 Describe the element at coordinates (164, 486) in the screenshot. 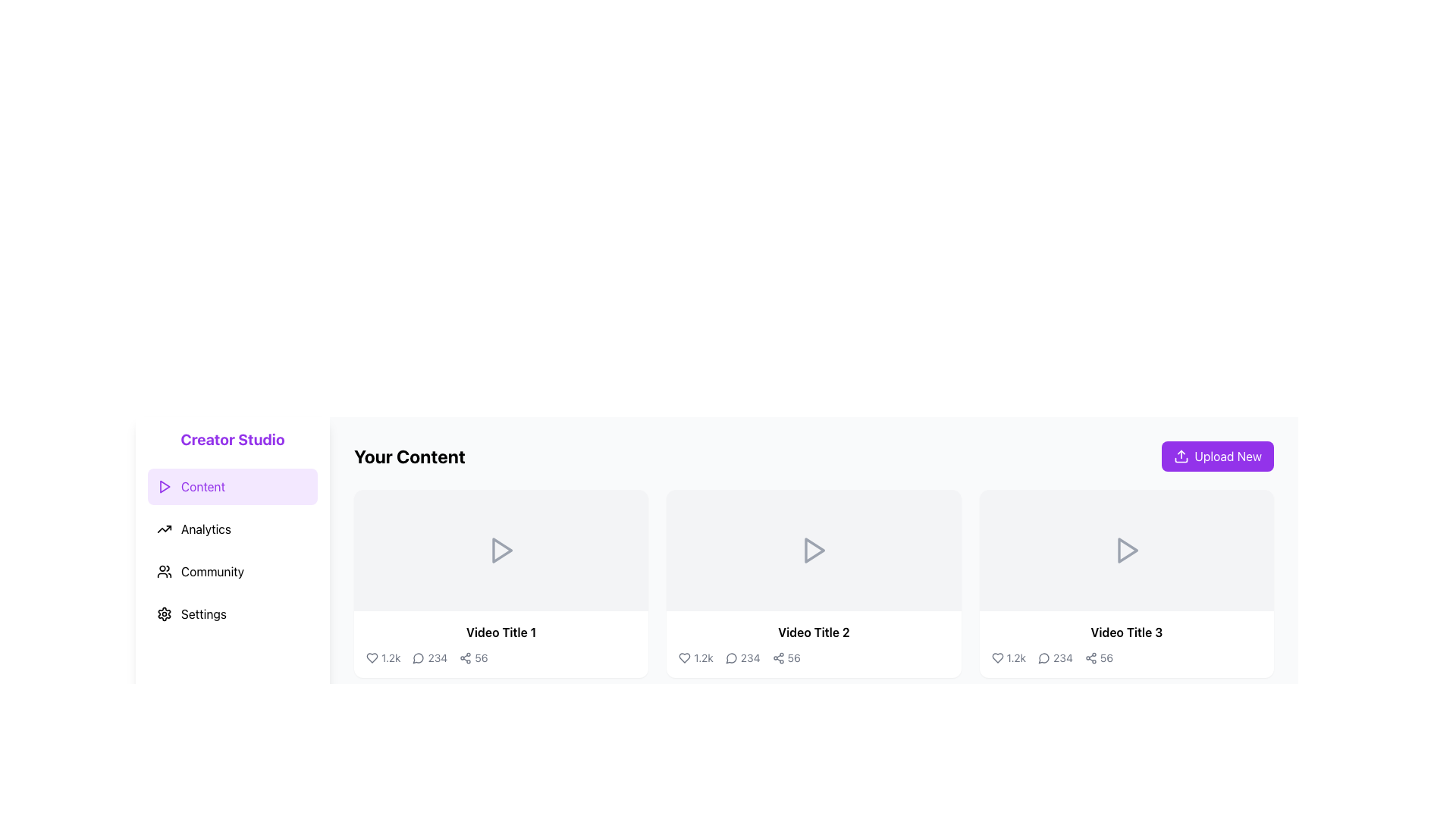

I see `the triangular play button icon with a purple outline located to the left of the 'Content' label in the sidebar` at that location.